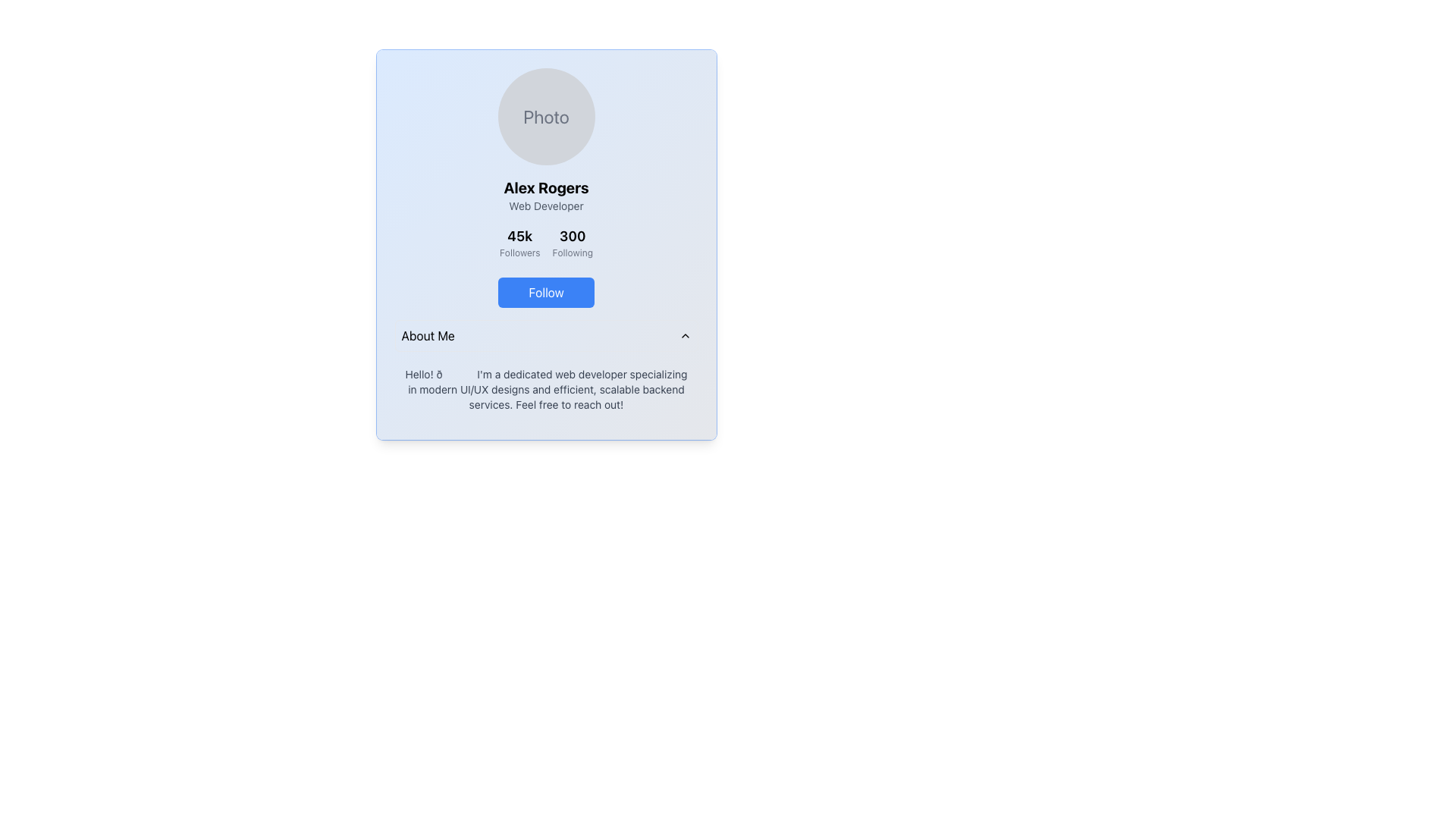 This screenshot has height=819, width=1456. Describe the element at coordinates (546, 206) in the screenshot. I see `the text element 'Web Developer' which is styled with a small font size and gray color, positioned centrally beneath 'Alex Rogers' in the profile card` at that location.